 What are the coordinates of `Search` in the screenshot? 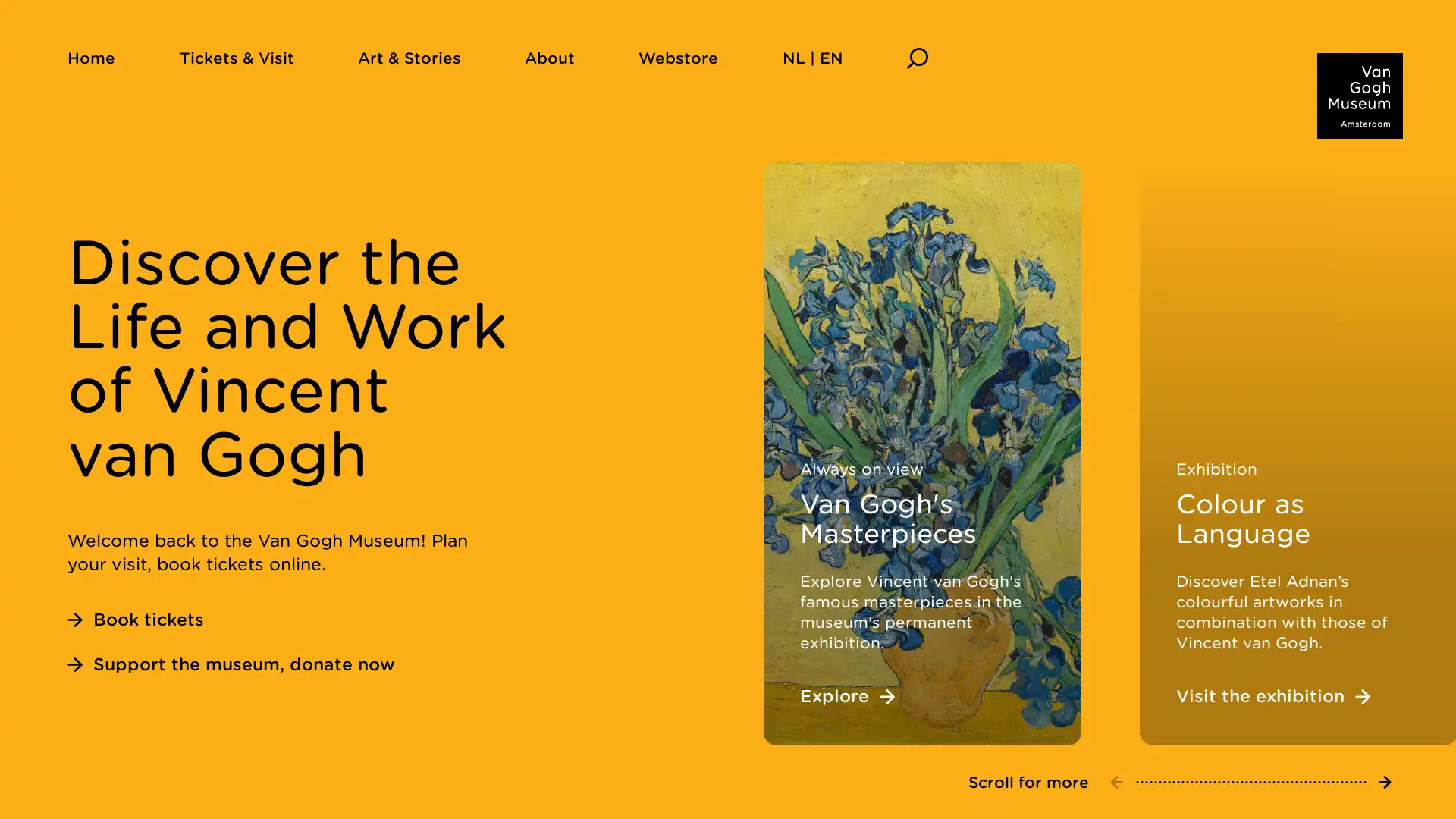 It's located at (916, 57).